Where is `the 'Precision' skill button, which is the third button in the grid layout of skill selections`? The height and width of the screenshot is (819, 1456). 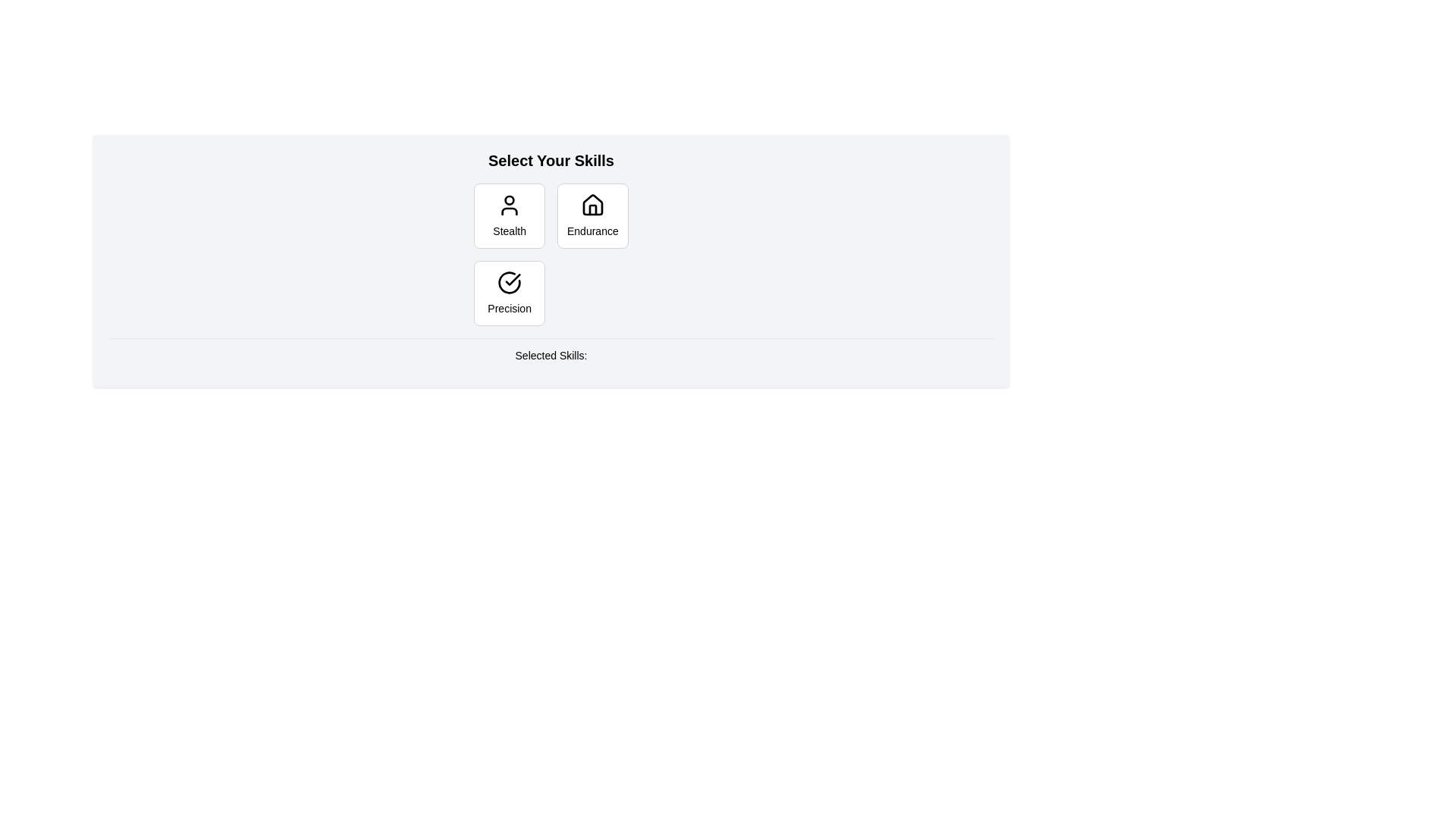
the 'Precision' skill button, which is the third button in the grid layout of skill selections is located at coordinates (510, 293).